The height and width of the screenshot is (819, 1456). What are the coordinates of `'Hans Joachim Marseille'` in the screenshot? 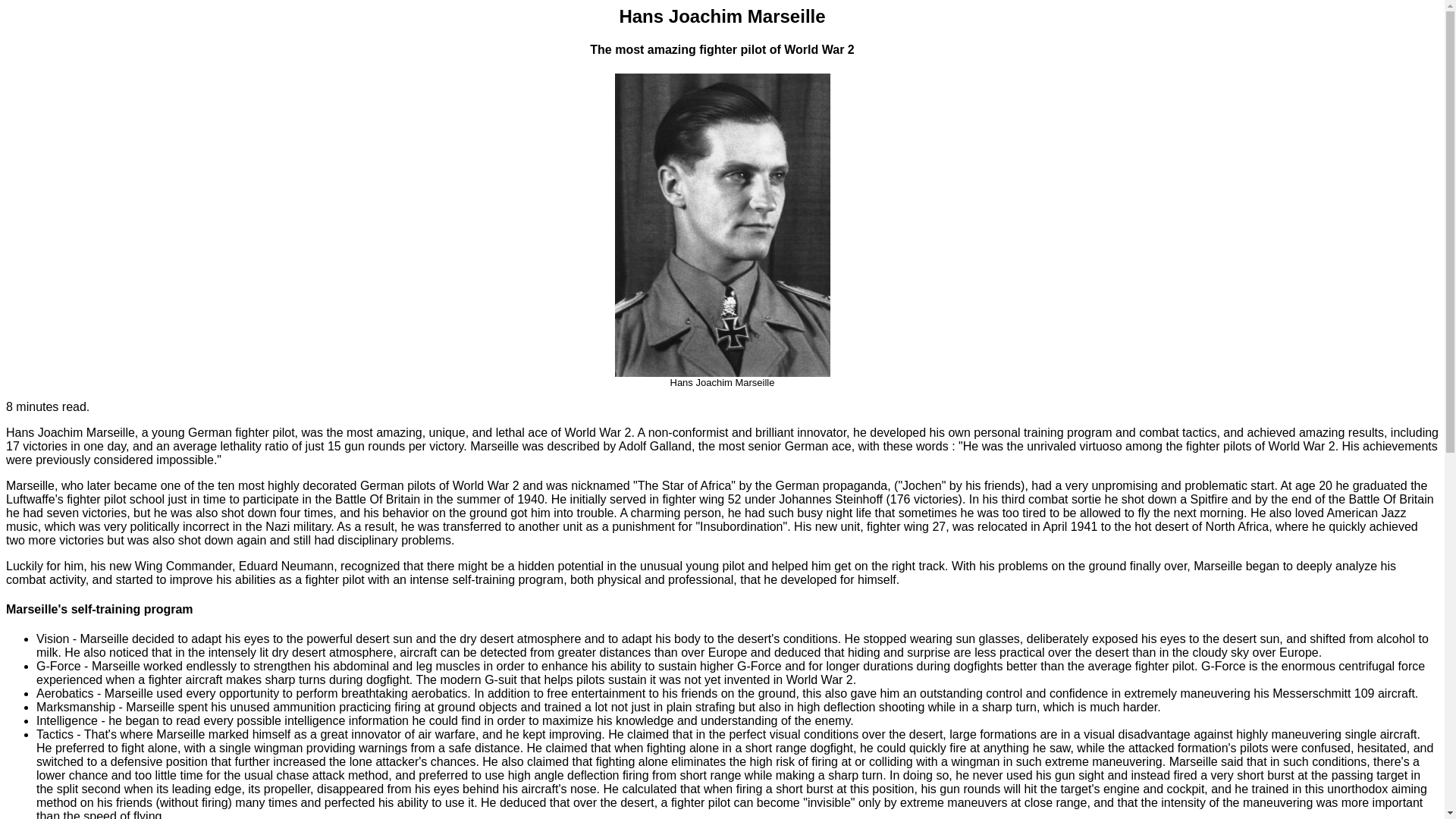 It's located at (720, 225).